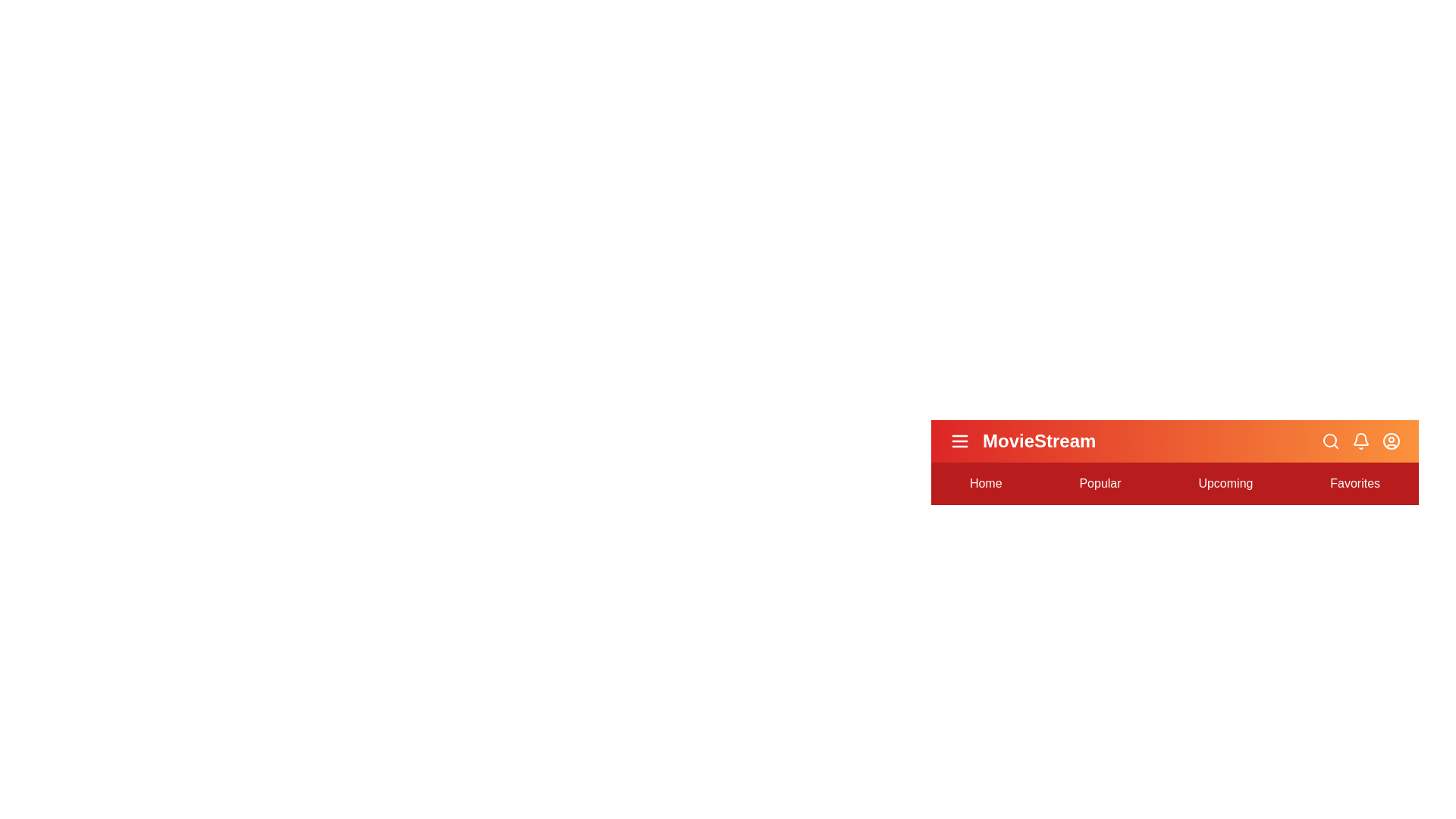 The width and height of the screenshot is (1456, 819). Describe the element at coordinates (986, 483) in the screenshot. I see `the navigation option Home to highlight it` at that location.